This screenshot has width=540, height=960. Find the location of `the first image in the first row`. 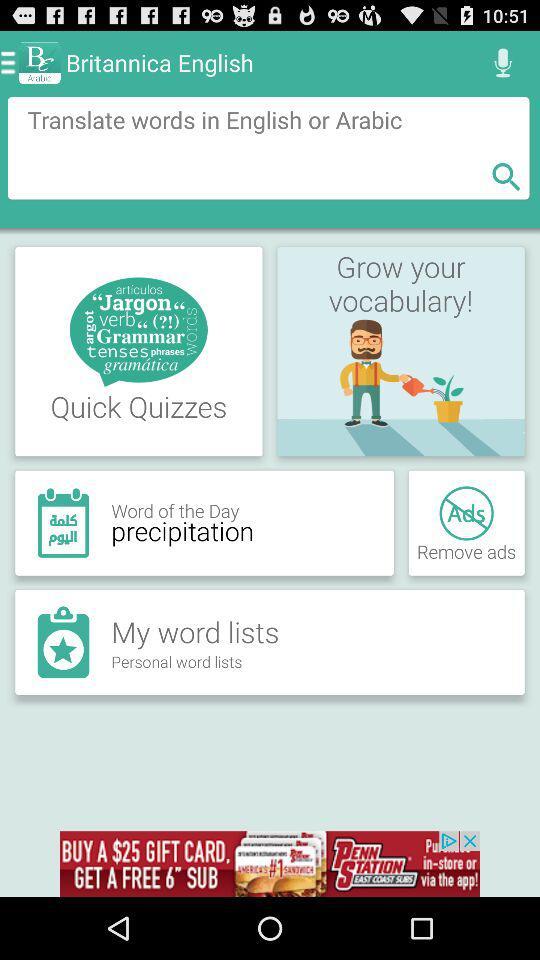

the first image in the first row is located at coordinates (137, 332).